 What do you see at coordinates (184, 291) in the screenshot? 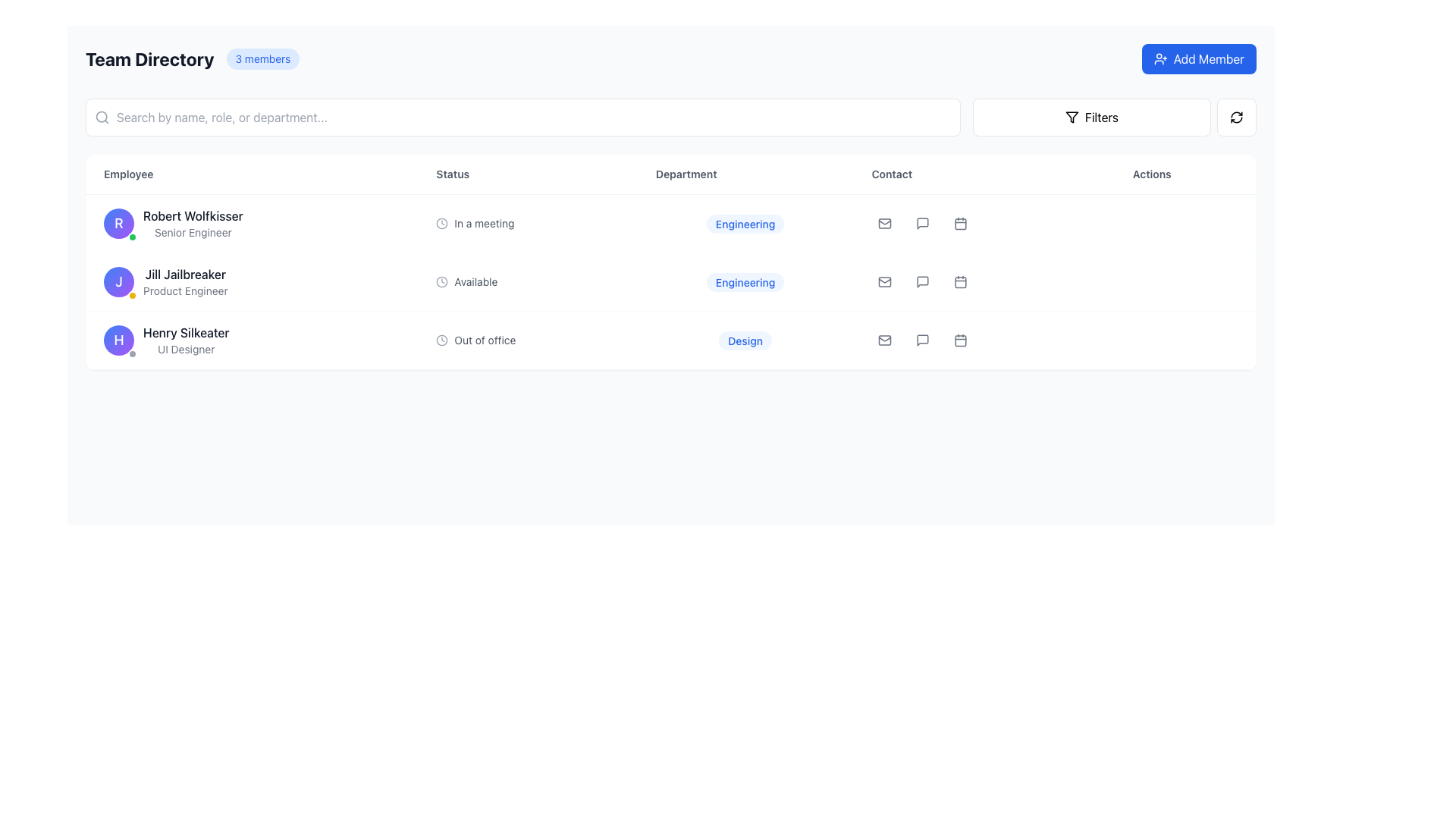
I see `the text label that describes the role or position of the individual named 'Jill Jailbreaker', located in the second row of the table under the 'Employee' column` at bounding box center [184, 291].